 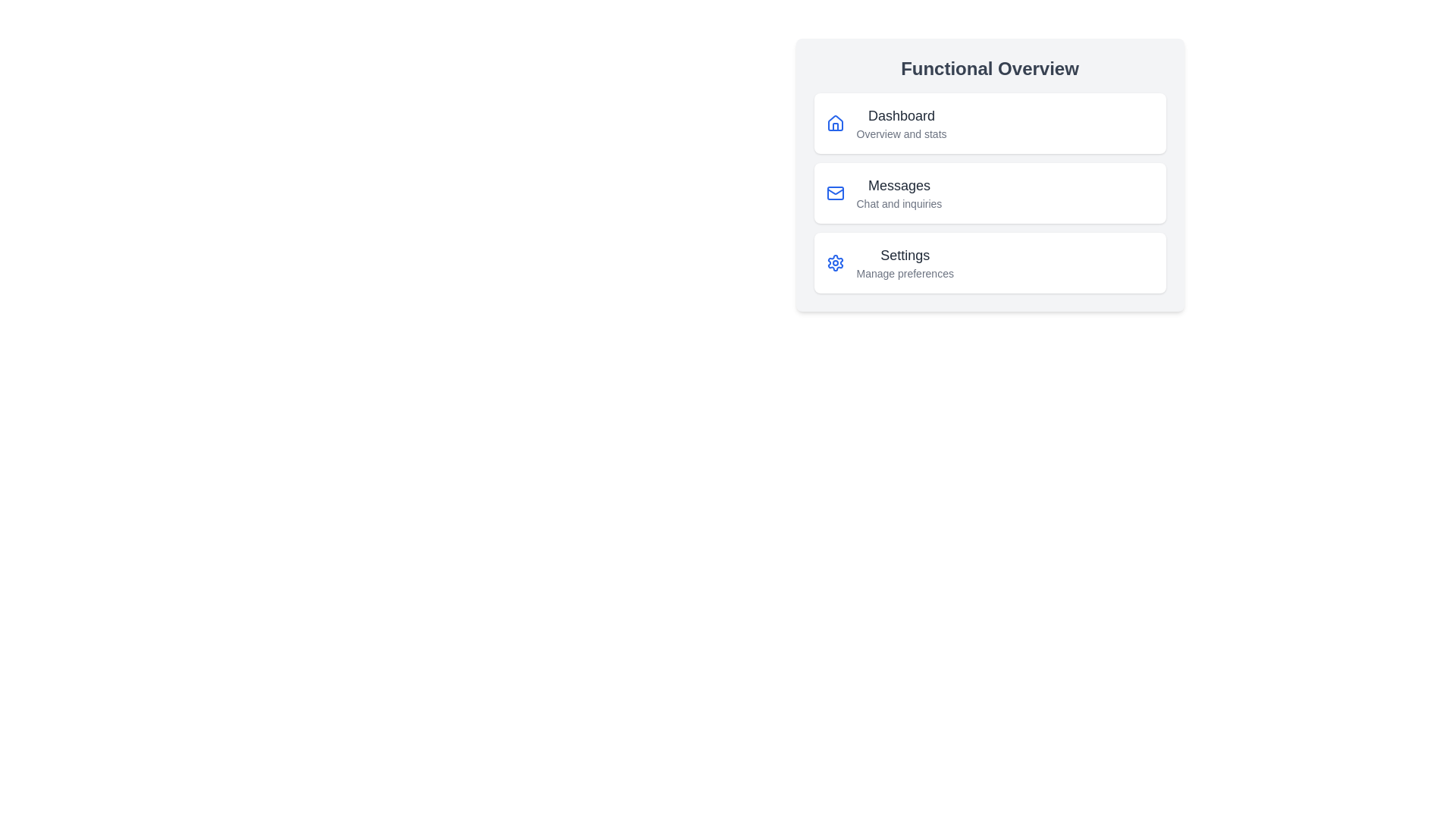 I want to click on the text label that reads 'Manage preferences', which is styled in gray and positioned under 'Settings', so click(x=905, y=274).